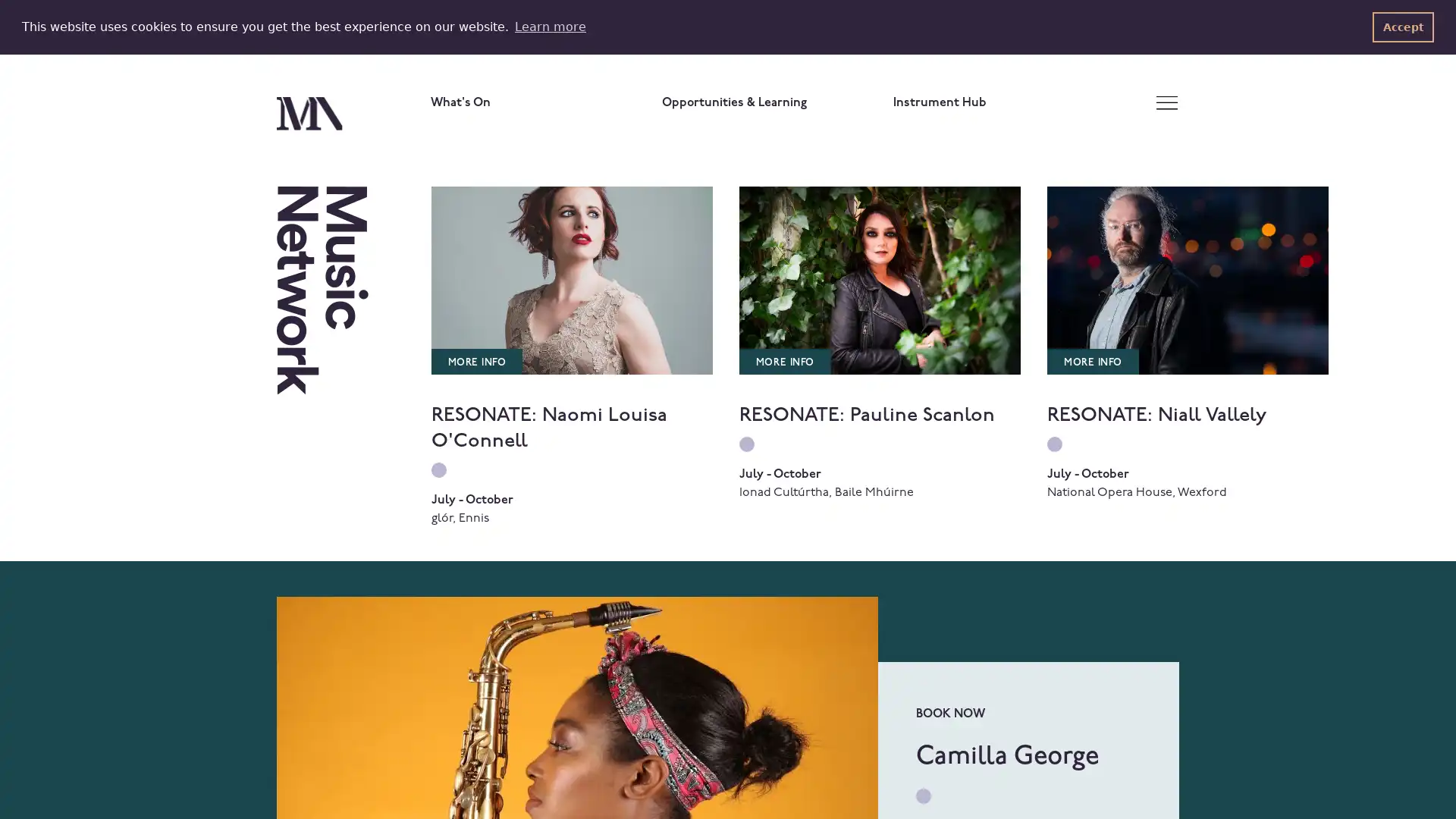 The height and width of the screenshot is (819, 1456). What do you see at coordinates (1402, 27) in the screenshot?
I see `dismiss cookie message` at bounding box center [1402, 27].